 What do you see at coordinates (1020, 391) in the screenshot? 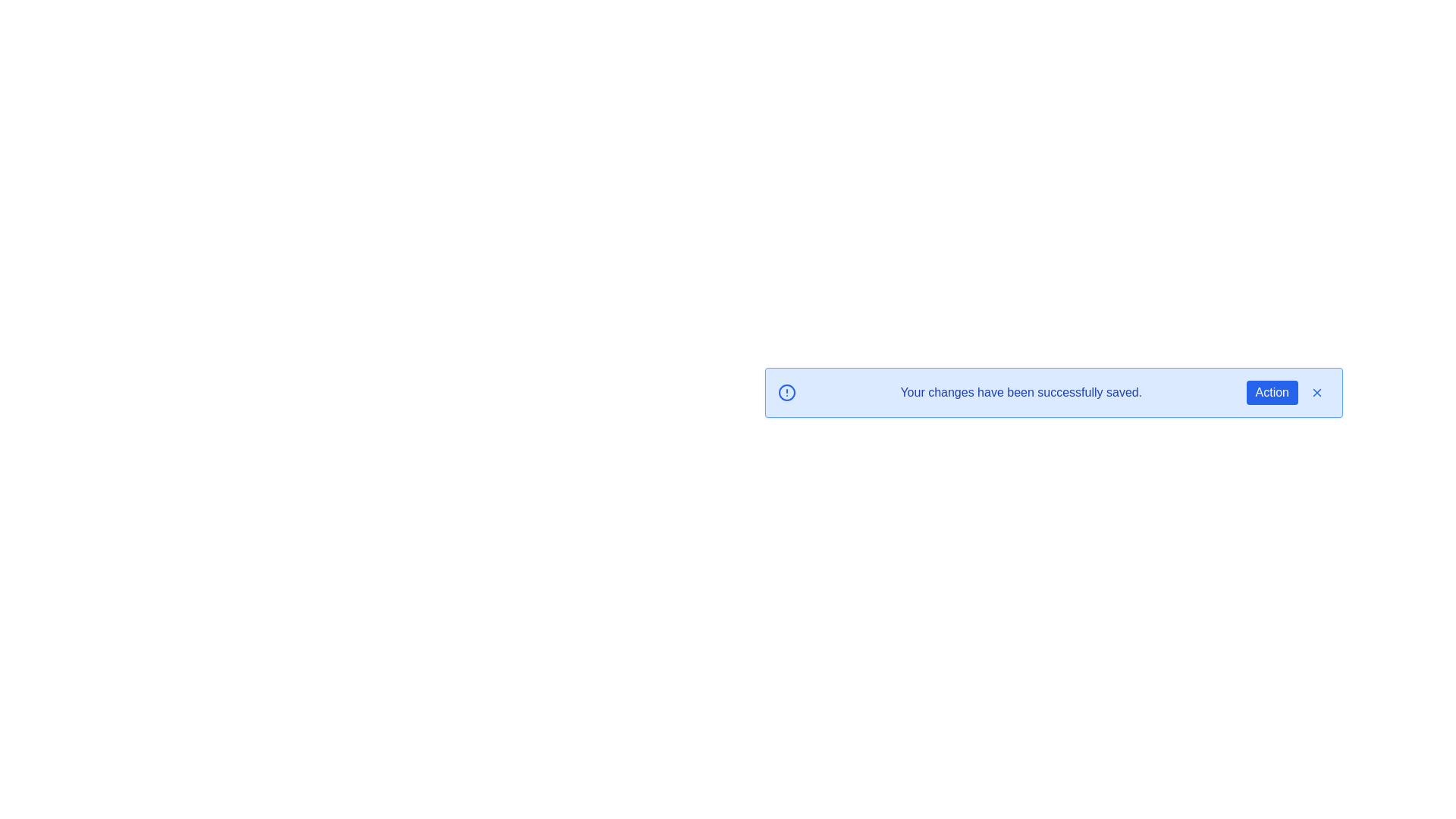
I see `the message text 'Your changes have been successfully saved.'` at bounding box center [1020, 391].